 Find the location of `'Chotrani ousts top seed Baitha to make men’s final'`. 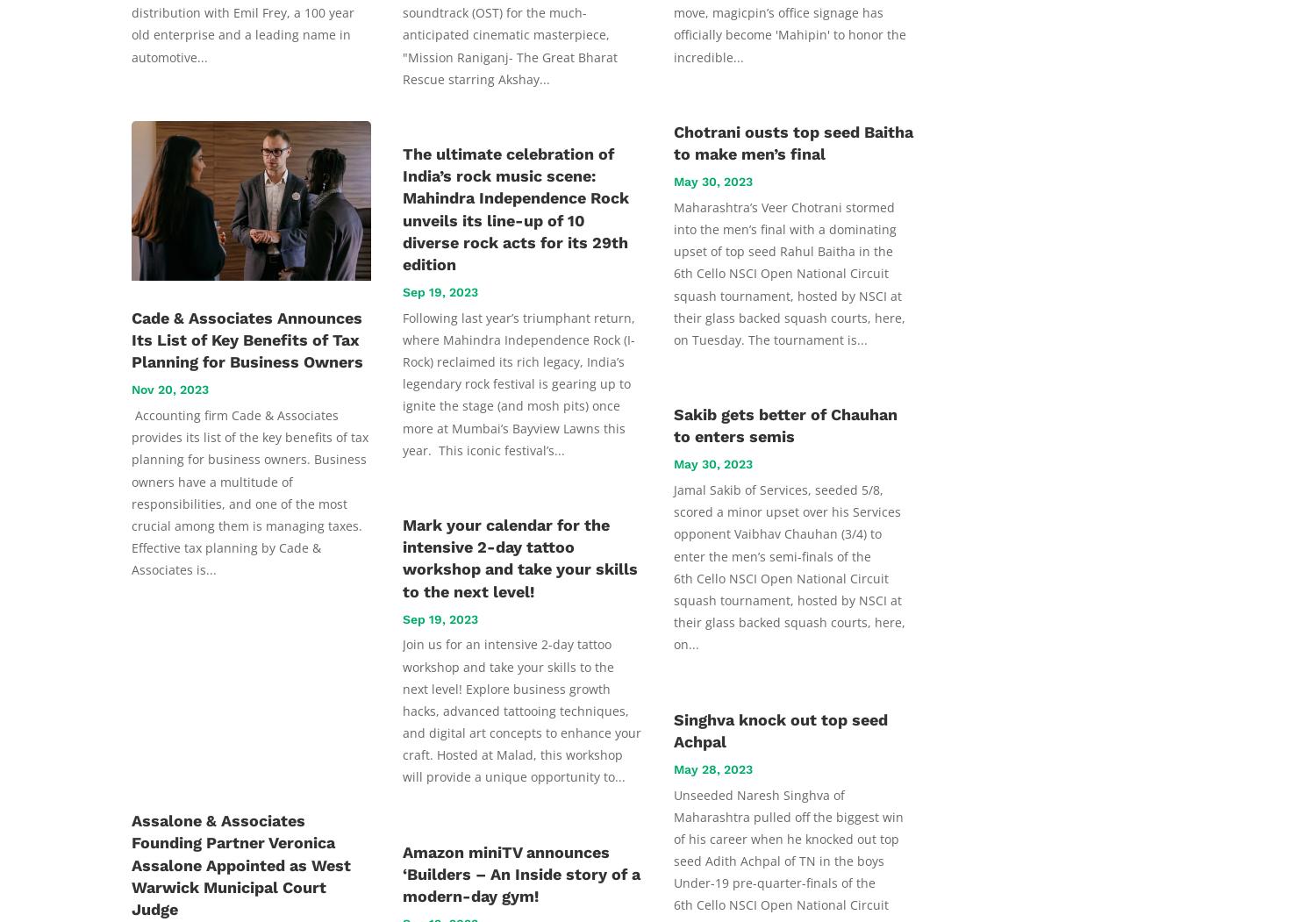

'Chotrani ousts top seed Baitha to make men’s final' is located at coordinates (674, 140).